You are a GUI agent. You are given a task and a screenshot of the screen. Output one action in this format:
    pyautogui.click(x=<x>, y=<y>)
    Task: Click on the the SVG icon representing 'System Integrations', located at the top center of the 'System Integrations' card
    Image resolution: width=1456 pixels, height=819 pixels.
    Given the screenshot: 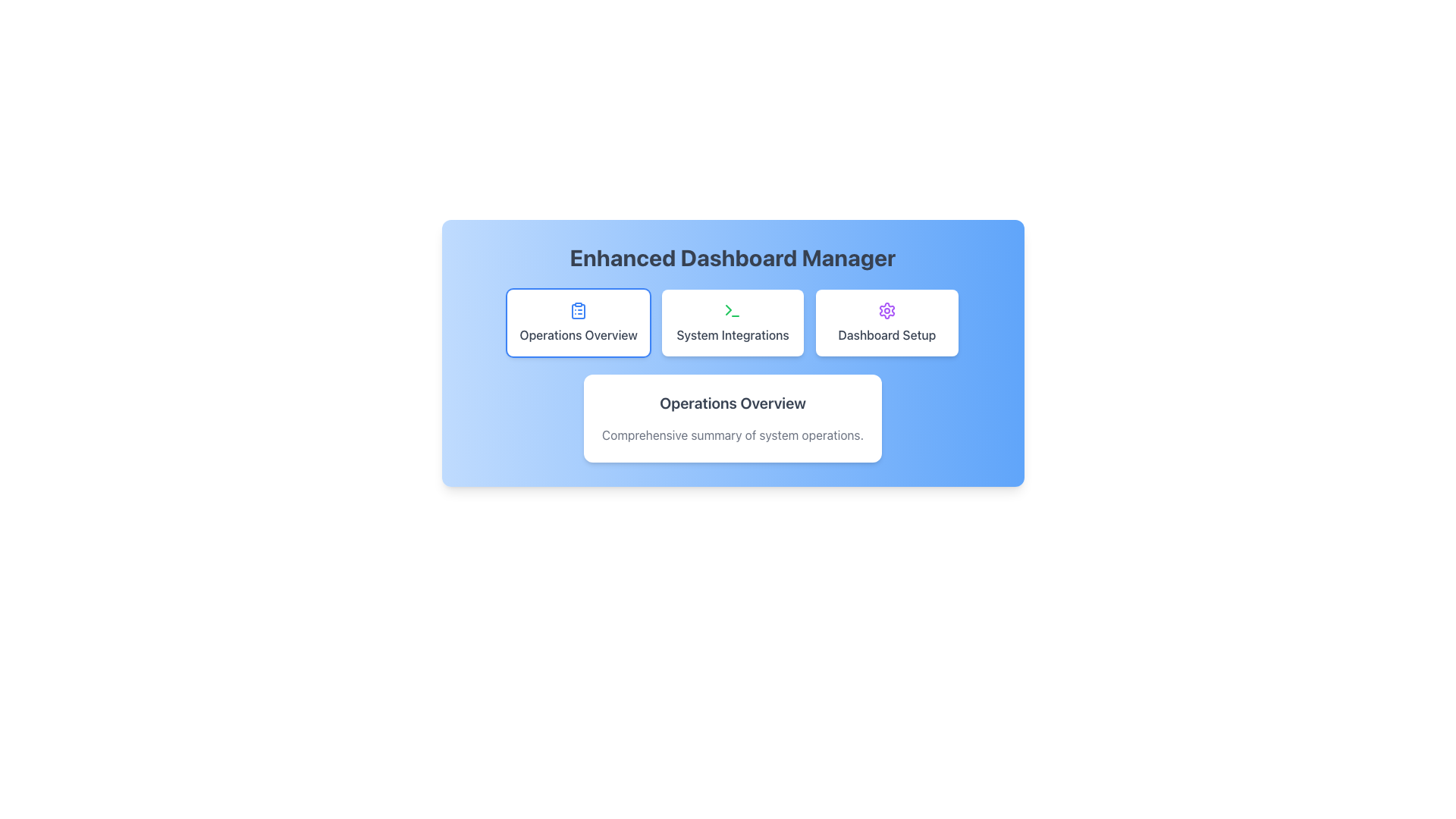 What is the action you would take?
    pyautogui.click(x=733, y=309)
    